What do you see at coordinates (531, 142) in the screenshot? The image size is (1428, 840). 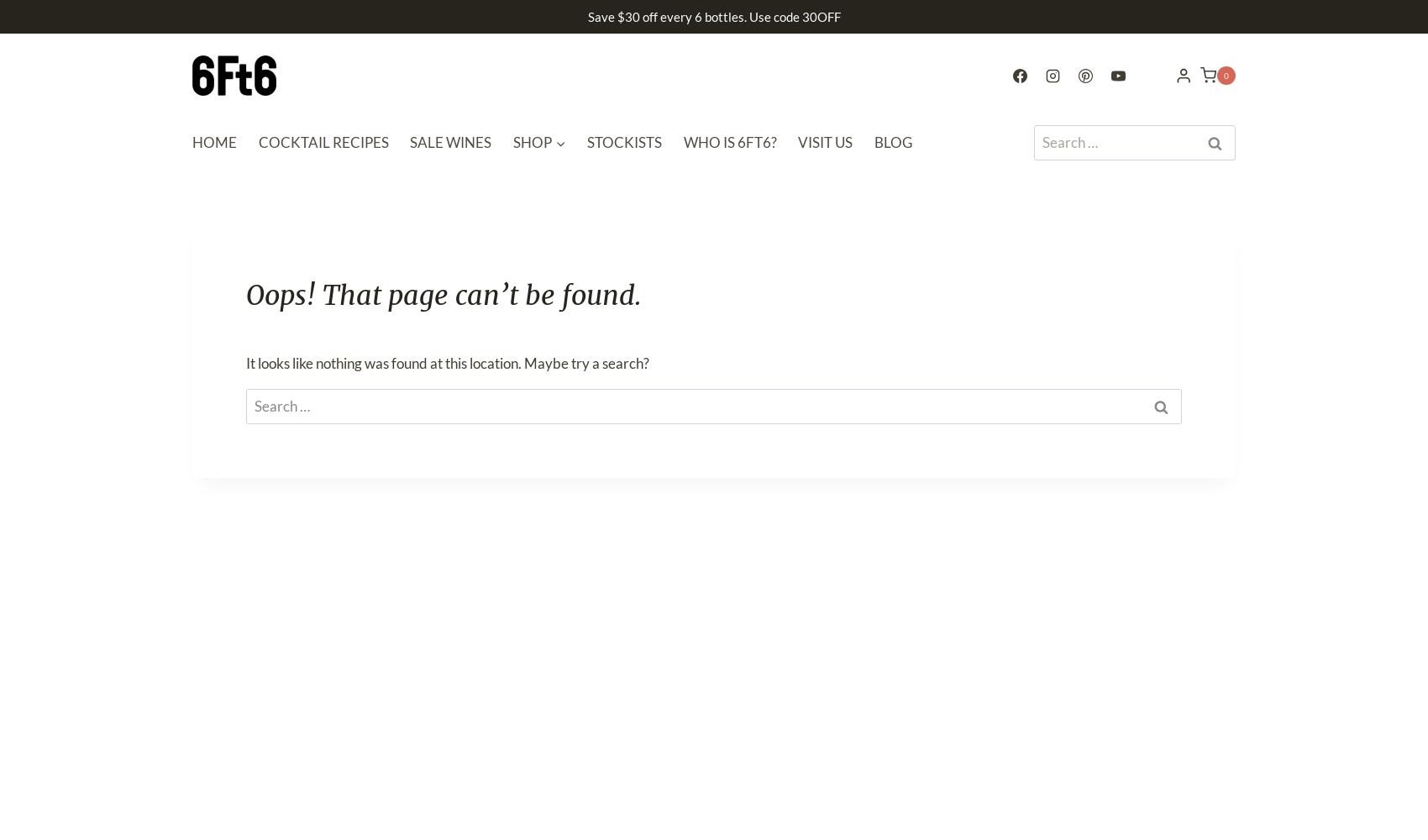 I see `'Shop'` at bounding box center [531, 142].